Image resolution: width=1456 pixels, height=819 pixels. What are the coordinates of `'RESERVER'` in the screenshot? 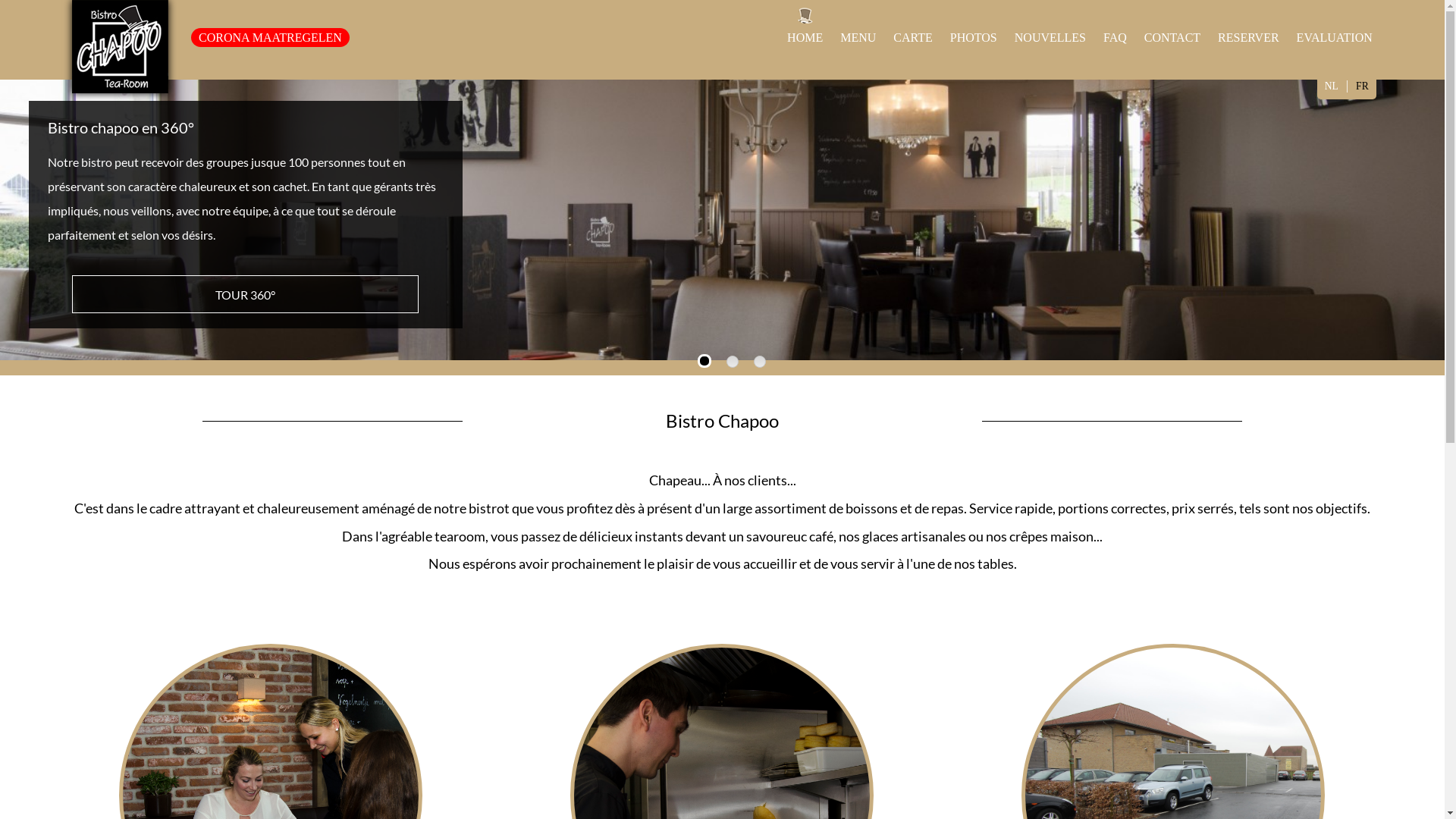 It's located at (1248, 36).